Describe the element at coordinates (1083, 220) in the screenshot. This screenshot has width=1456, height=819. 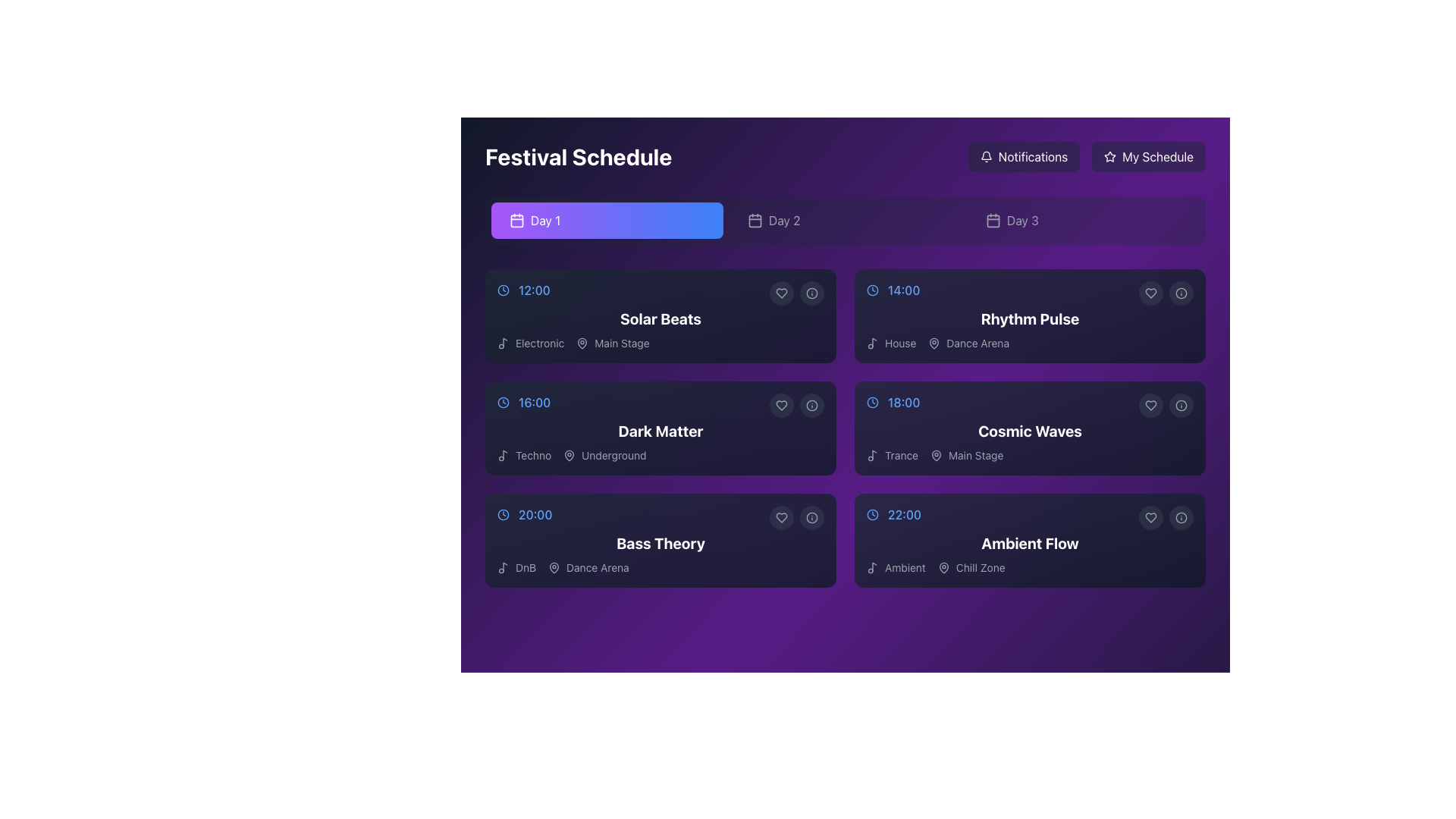
I see `the 'Day 3' button` at that location.